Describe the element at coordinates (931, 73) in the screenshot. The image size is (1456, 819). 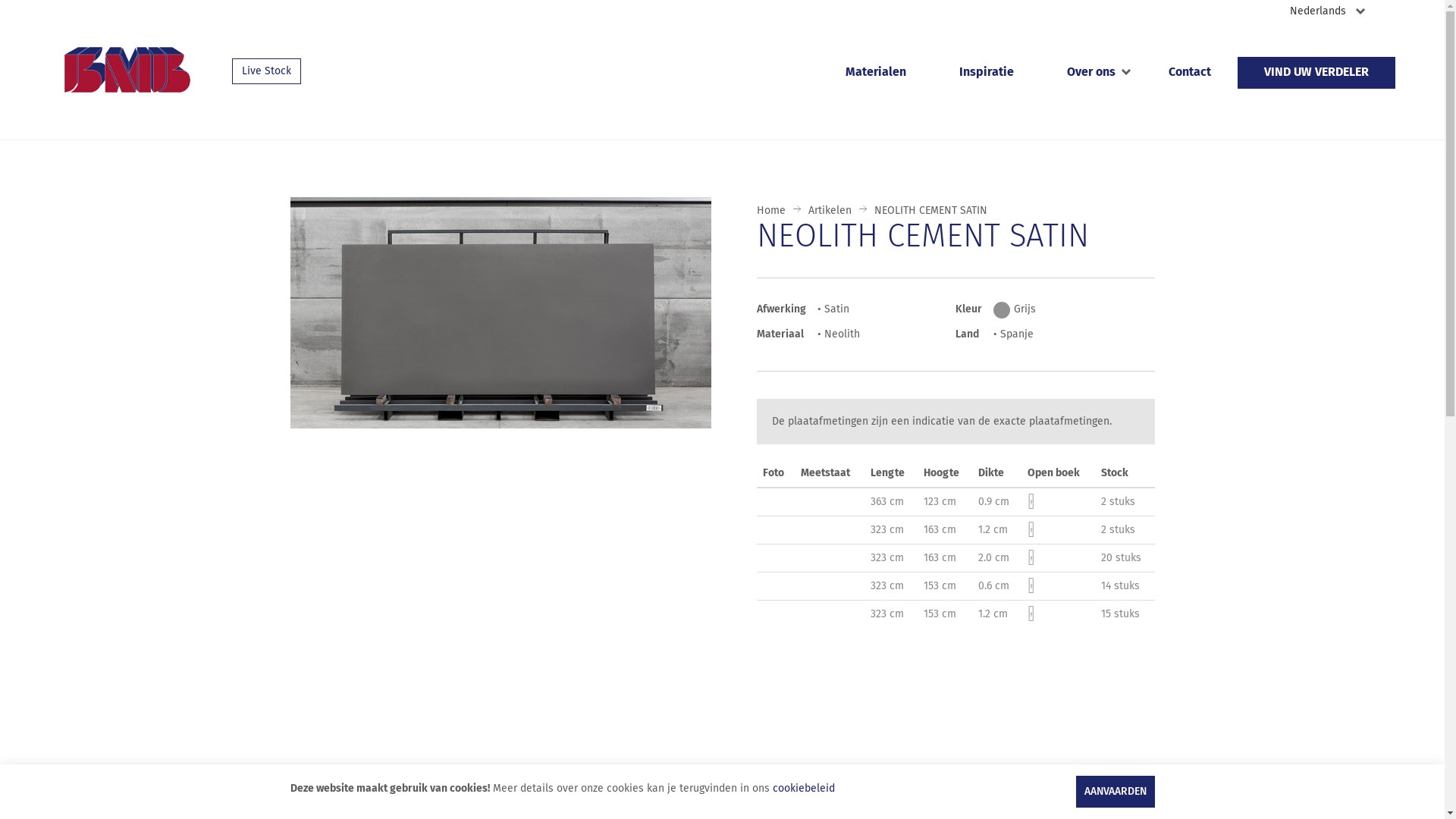
I see `'Inspiratie'` at that location.